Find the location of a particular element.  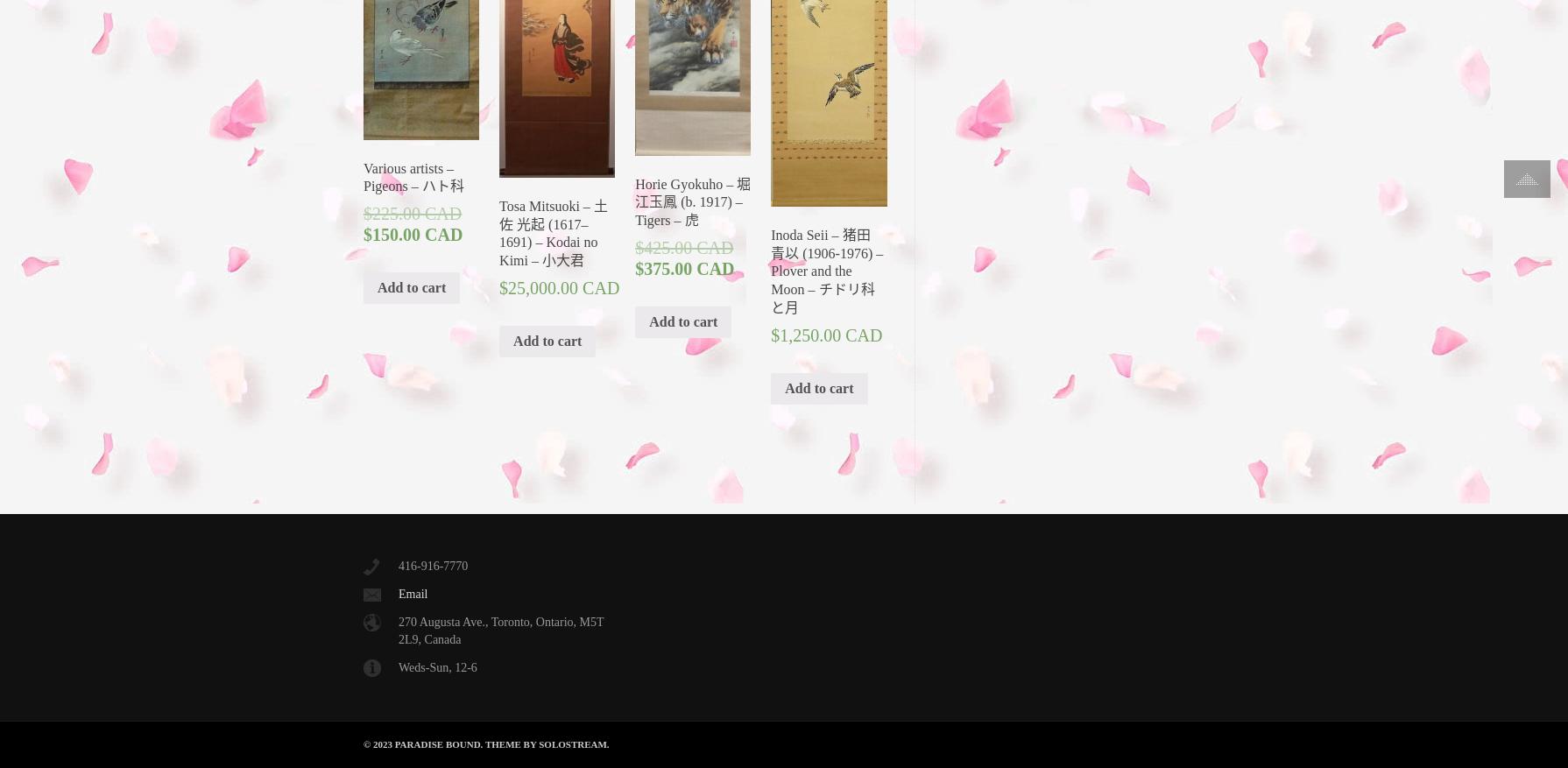

'©  2023 Paradise Bound.' is located at coordinates (423, 743).